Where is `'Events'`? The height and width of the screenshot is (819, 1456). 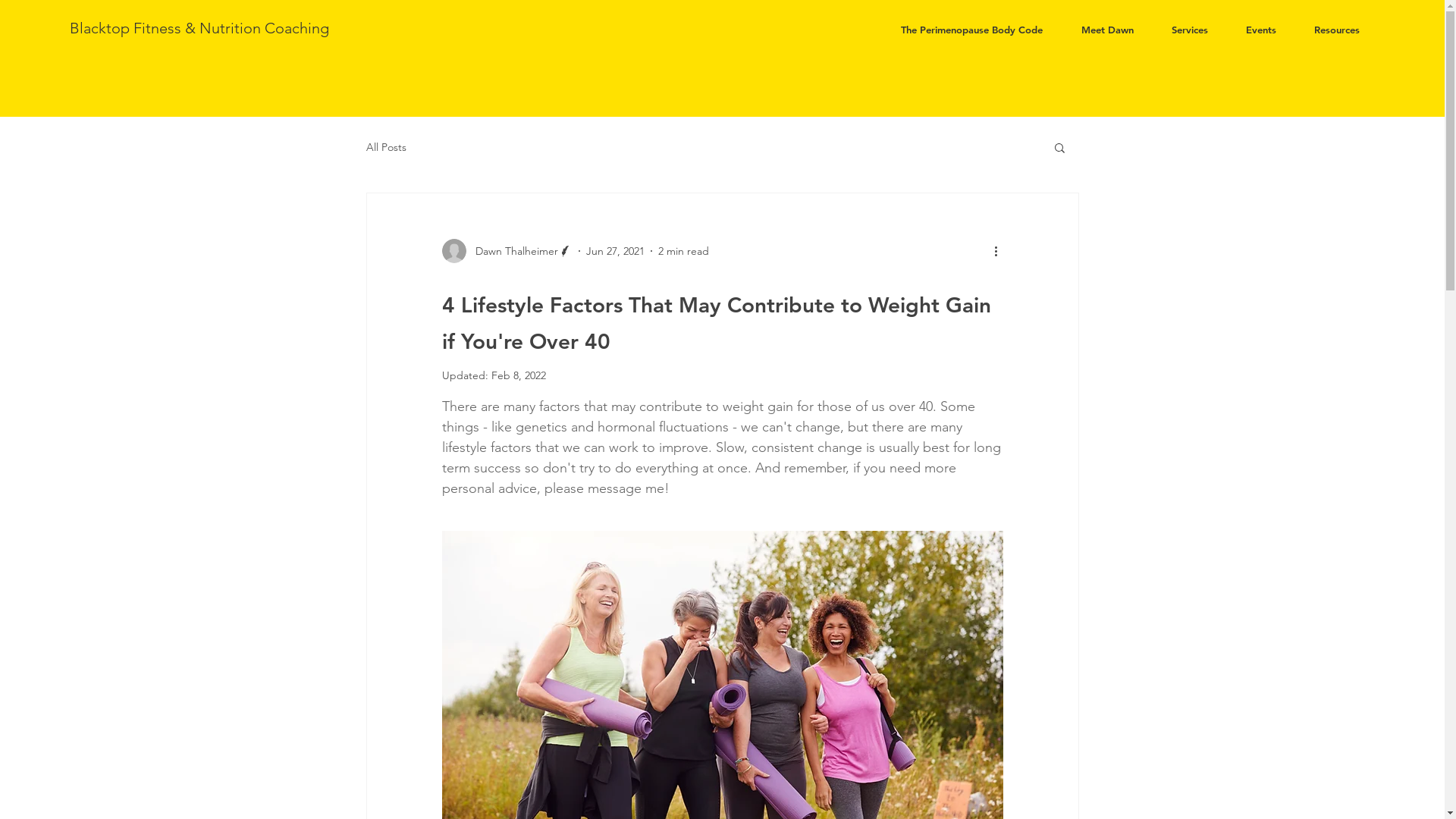 'Events' is located at coordinates (1260, 29).